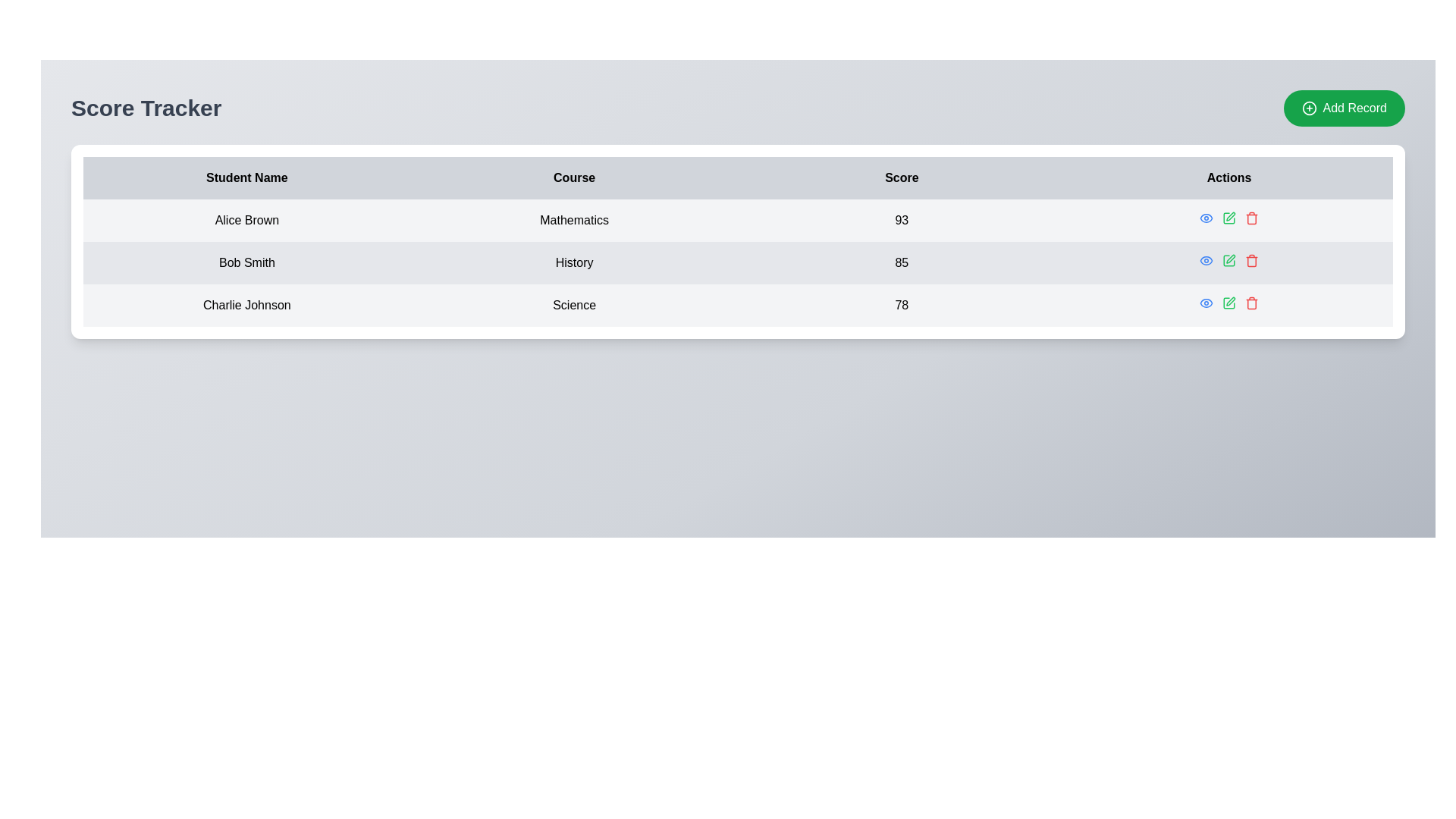  What do you see at coordinates (902, 262) in the screenshot?
I see `the text display showing the number '85' in the 'Score' column for 'Bob Smith'` at bounding box center [902, 262].